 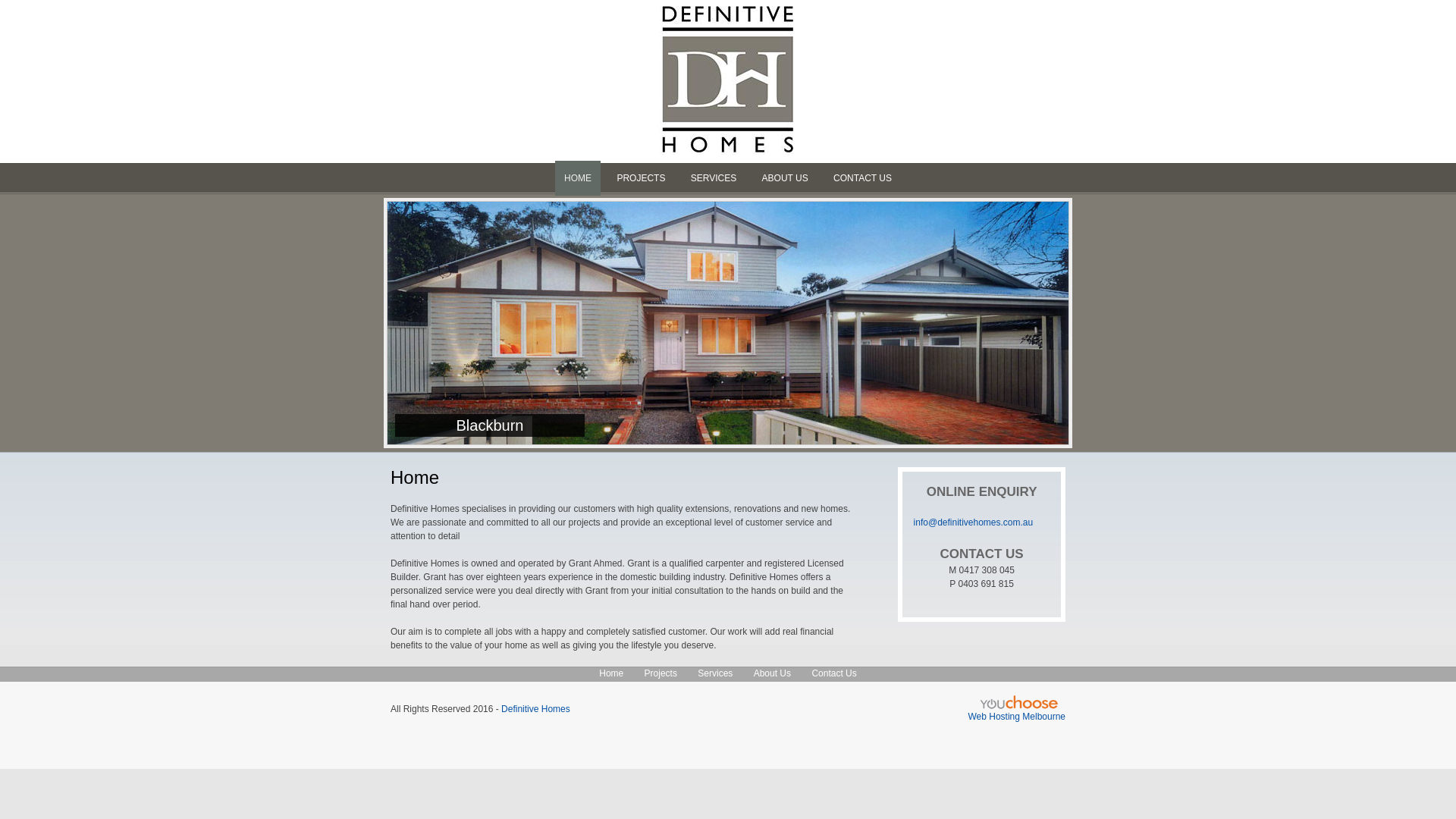 What do you see at coordinates (712, 177) in the screenshot?
I see `'SERVICES'` at bounding box center [712, 177].